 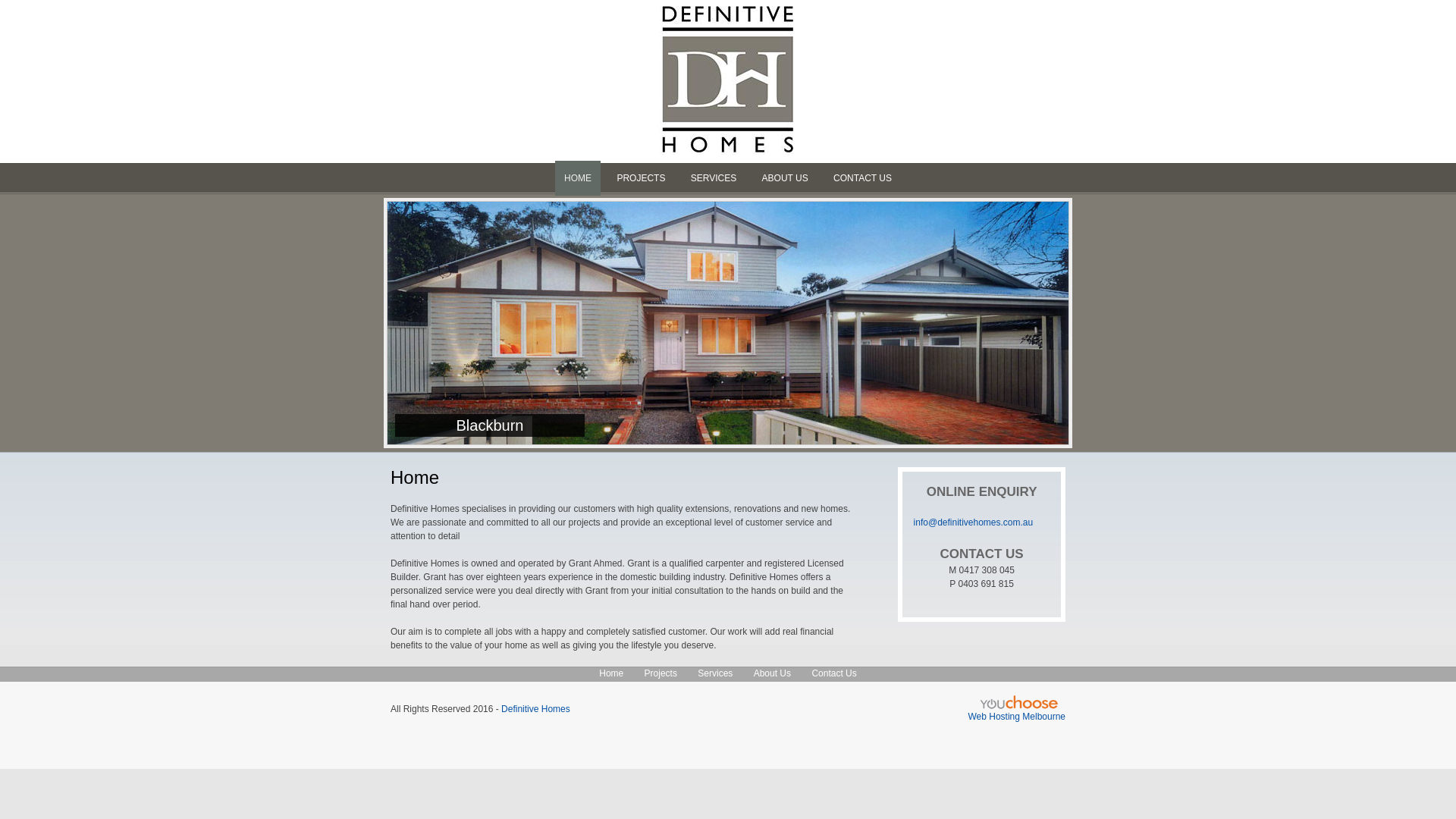 What do you see at coordinates (712, 177) in the screenshot?
I see `'SERVICES'` at bounding box center [712, 177].